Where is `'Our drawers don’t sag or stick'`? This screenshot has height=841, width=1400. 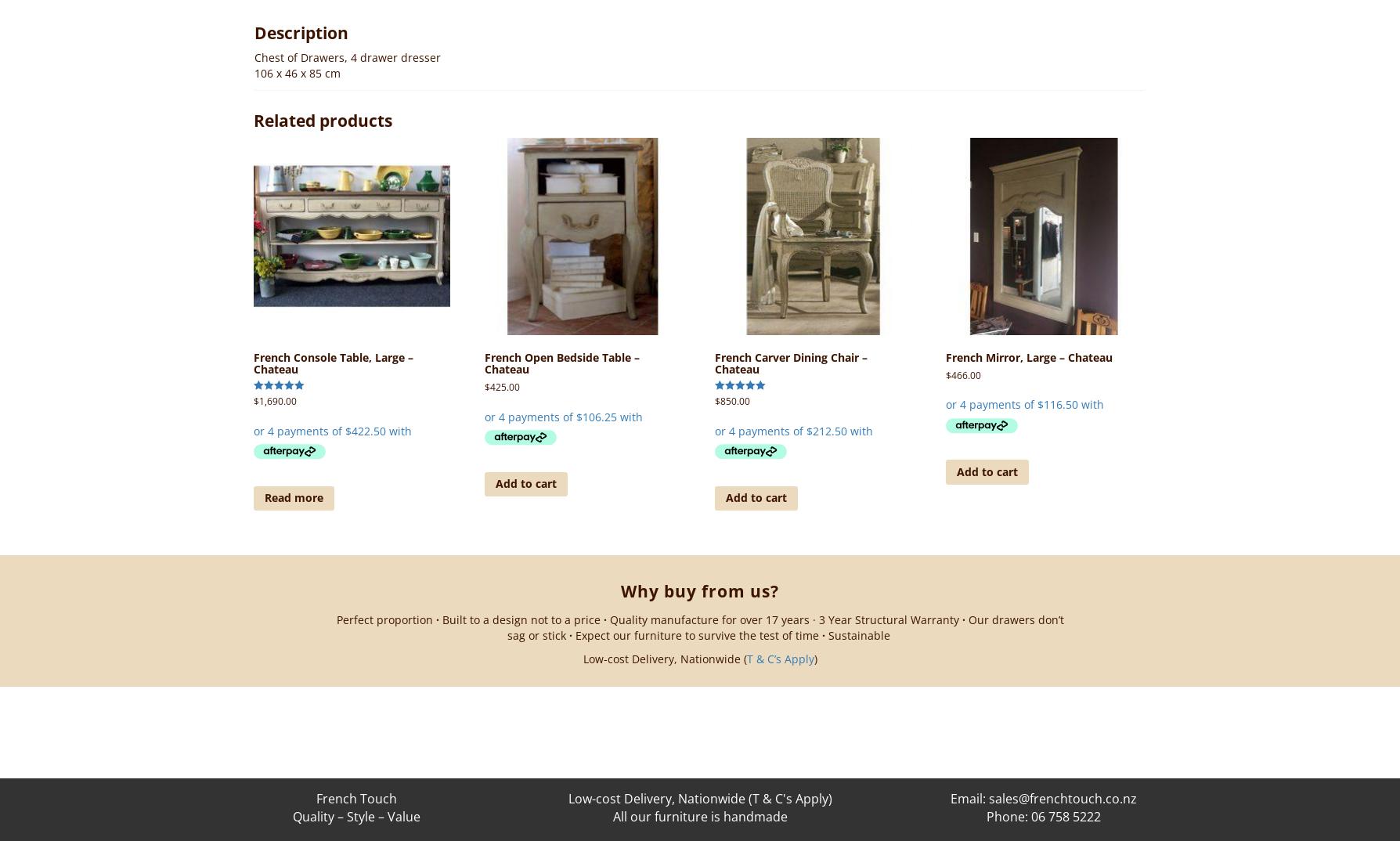
'Our drawers don’t sag or stick' is located at coordinates (507, 626).